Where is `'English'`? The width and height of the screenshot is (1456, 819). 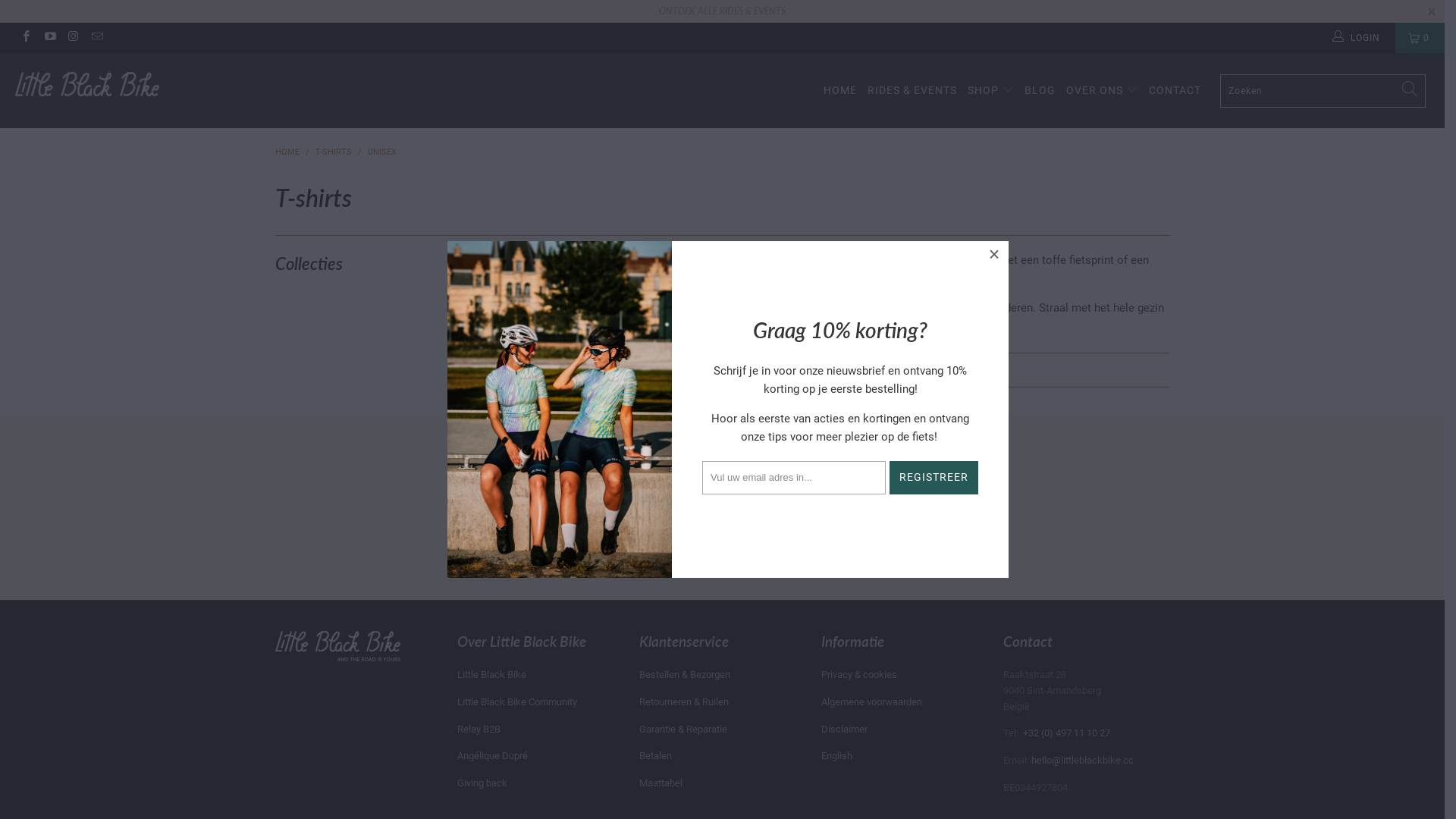
'English' is located at coordinates (835, 755).